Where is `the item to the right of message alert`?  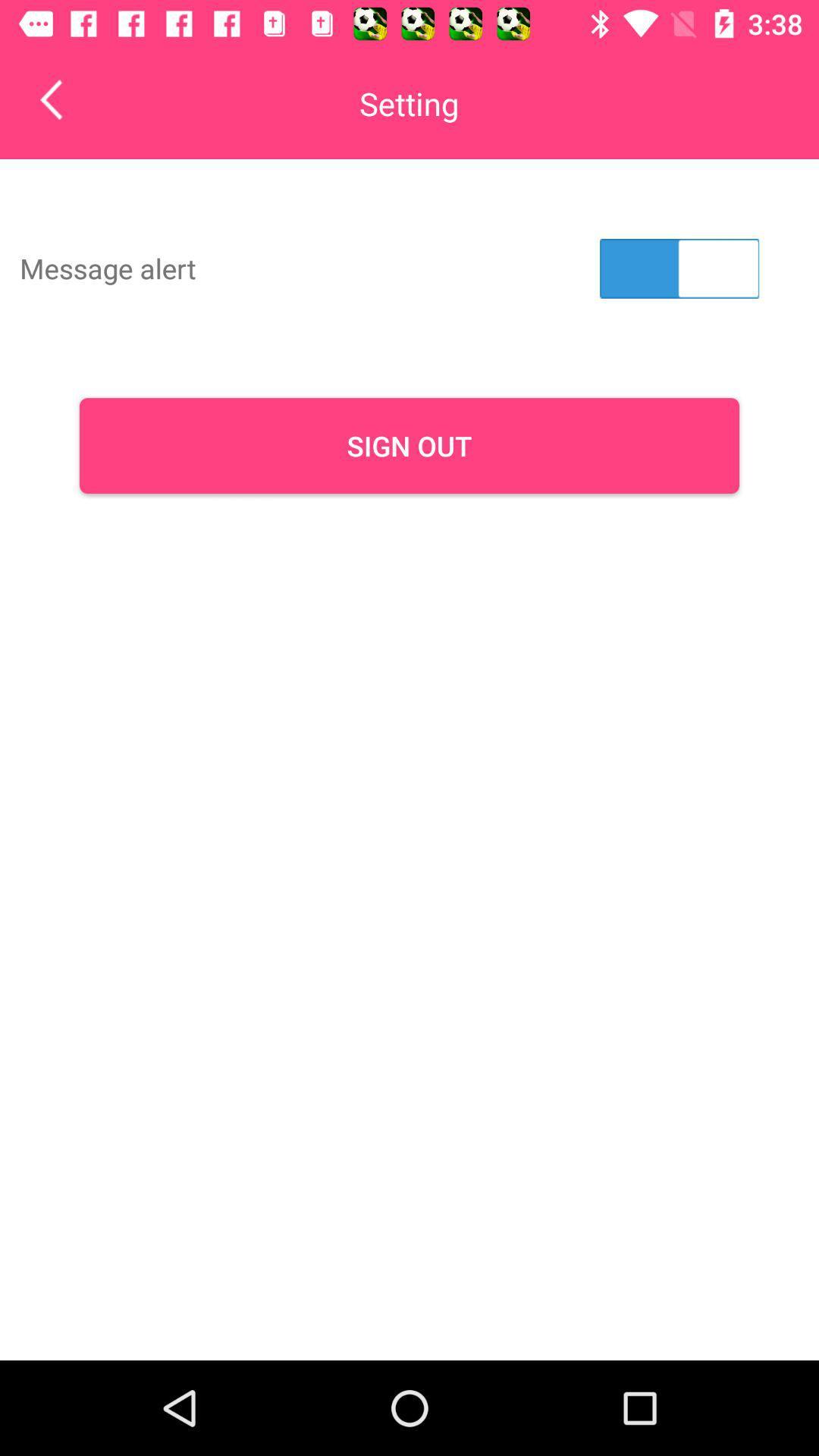
the item to the right of message alert is located at coordinates (679, 268).